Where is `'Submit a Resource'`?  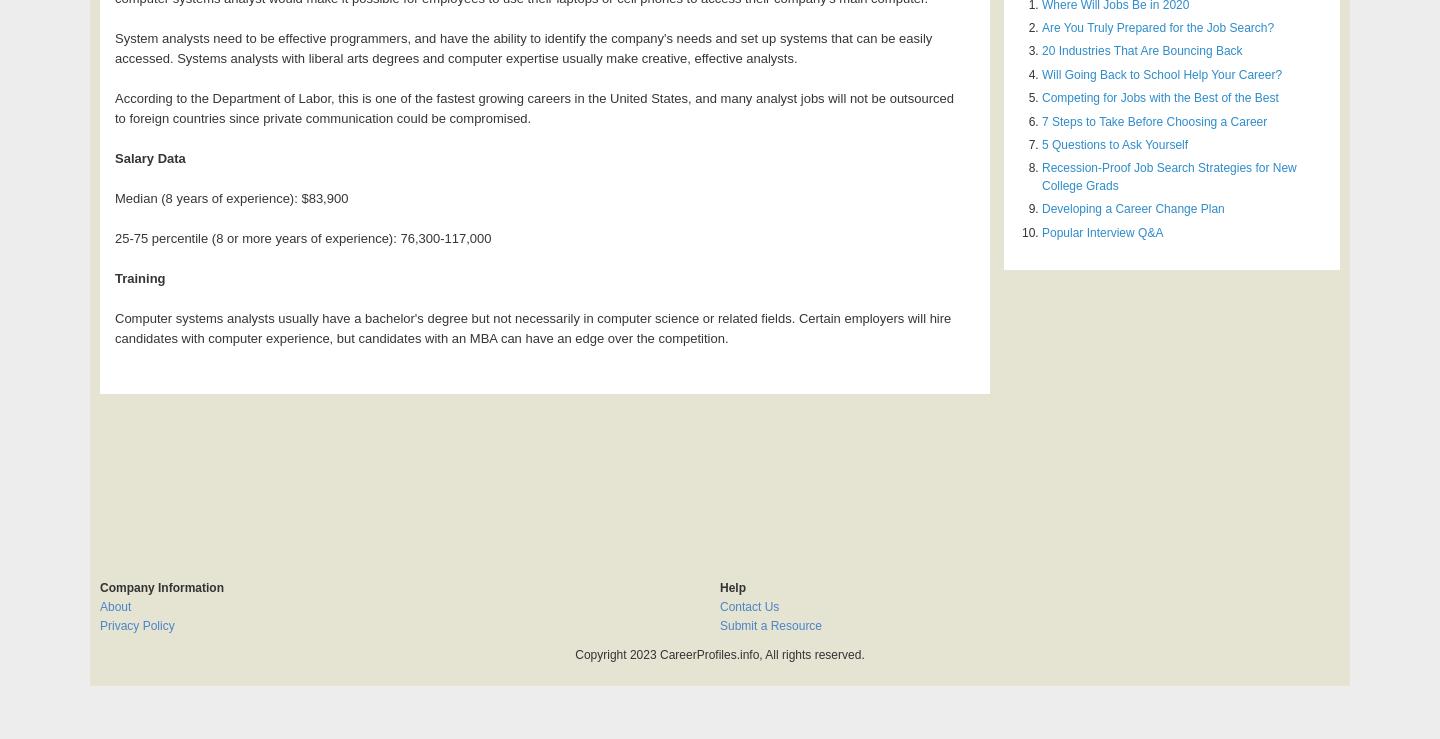
'Submit a Resource' is located at coordinates (769, 625).